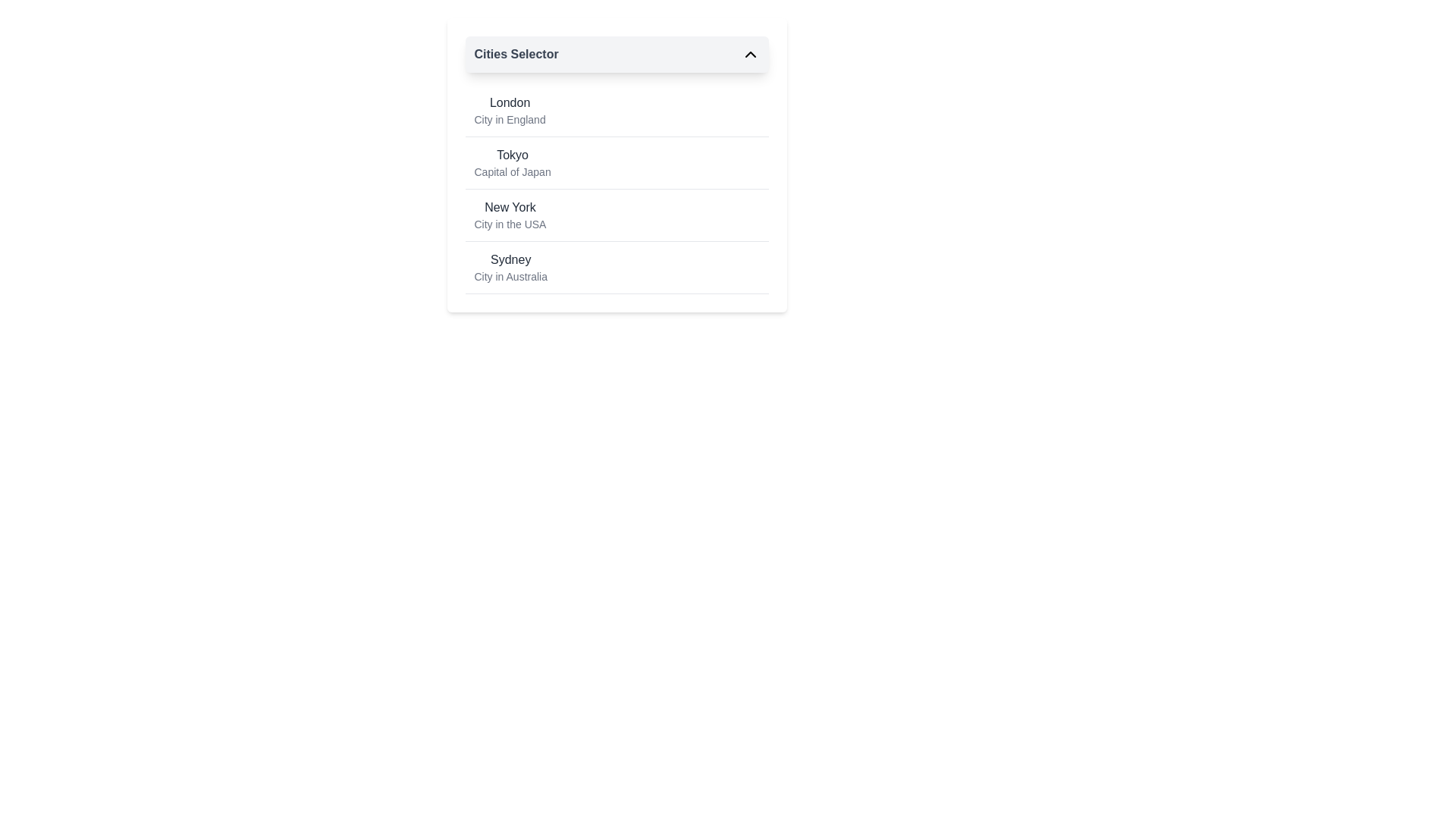 The height and width of the screenshot is (819, 1456). I want to click on the 'Cities Selector' text label, which is a bold serif font in dark gray and serves as the header for the dropdown menu, so click(516, 54).